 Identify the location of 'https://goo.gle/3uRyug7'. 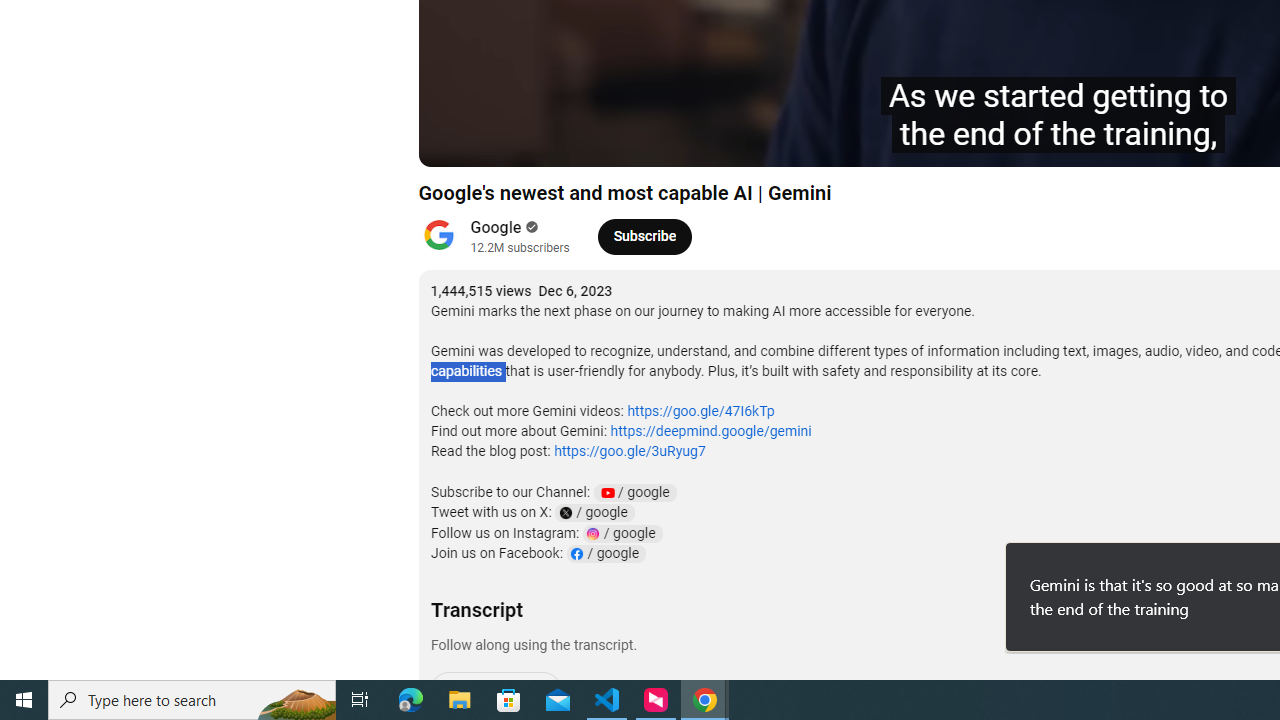
(628, 451).